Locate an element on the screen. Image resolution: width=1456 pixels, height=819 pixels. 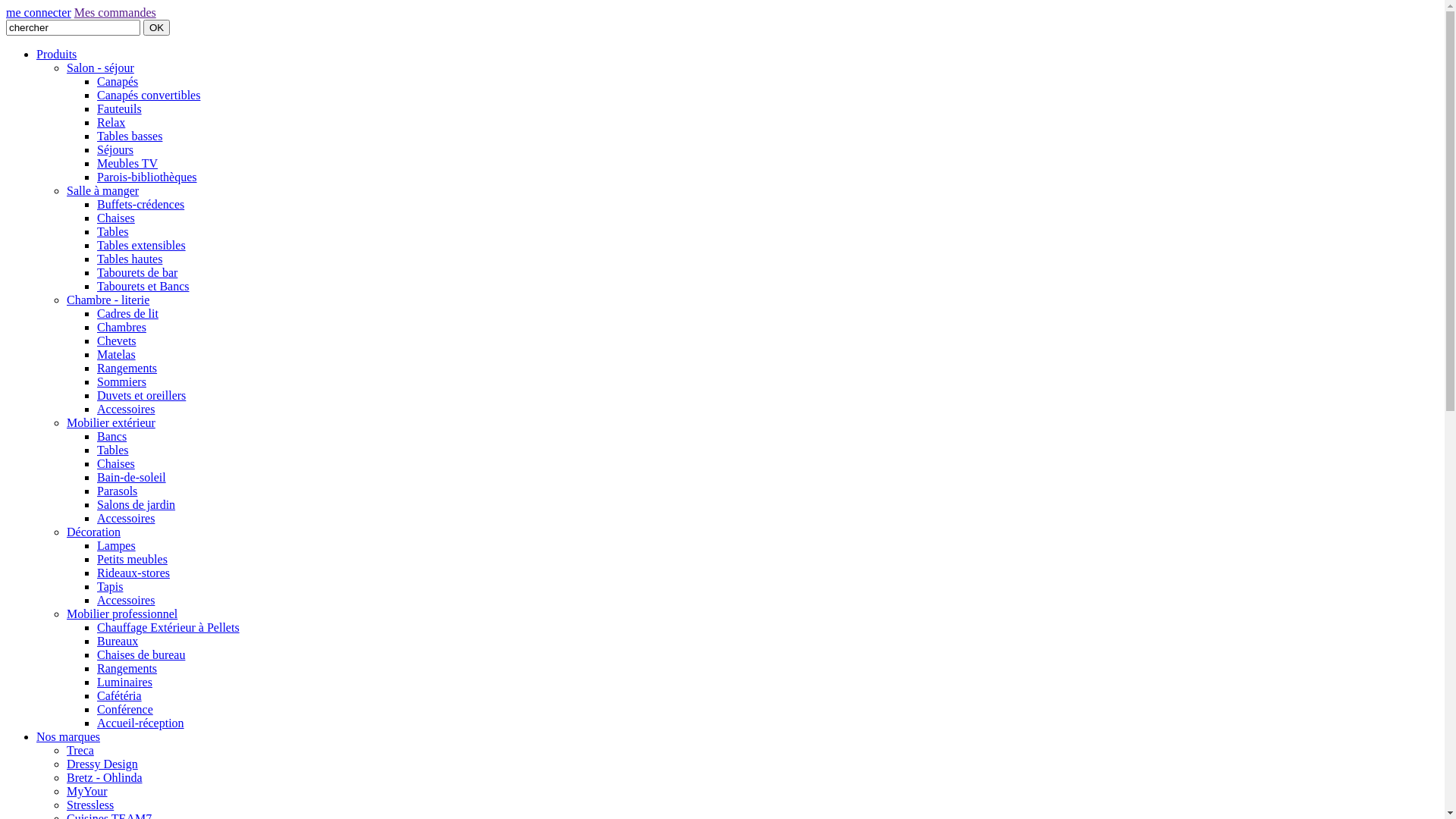
'Relax' is located at coordinates (110, 121).